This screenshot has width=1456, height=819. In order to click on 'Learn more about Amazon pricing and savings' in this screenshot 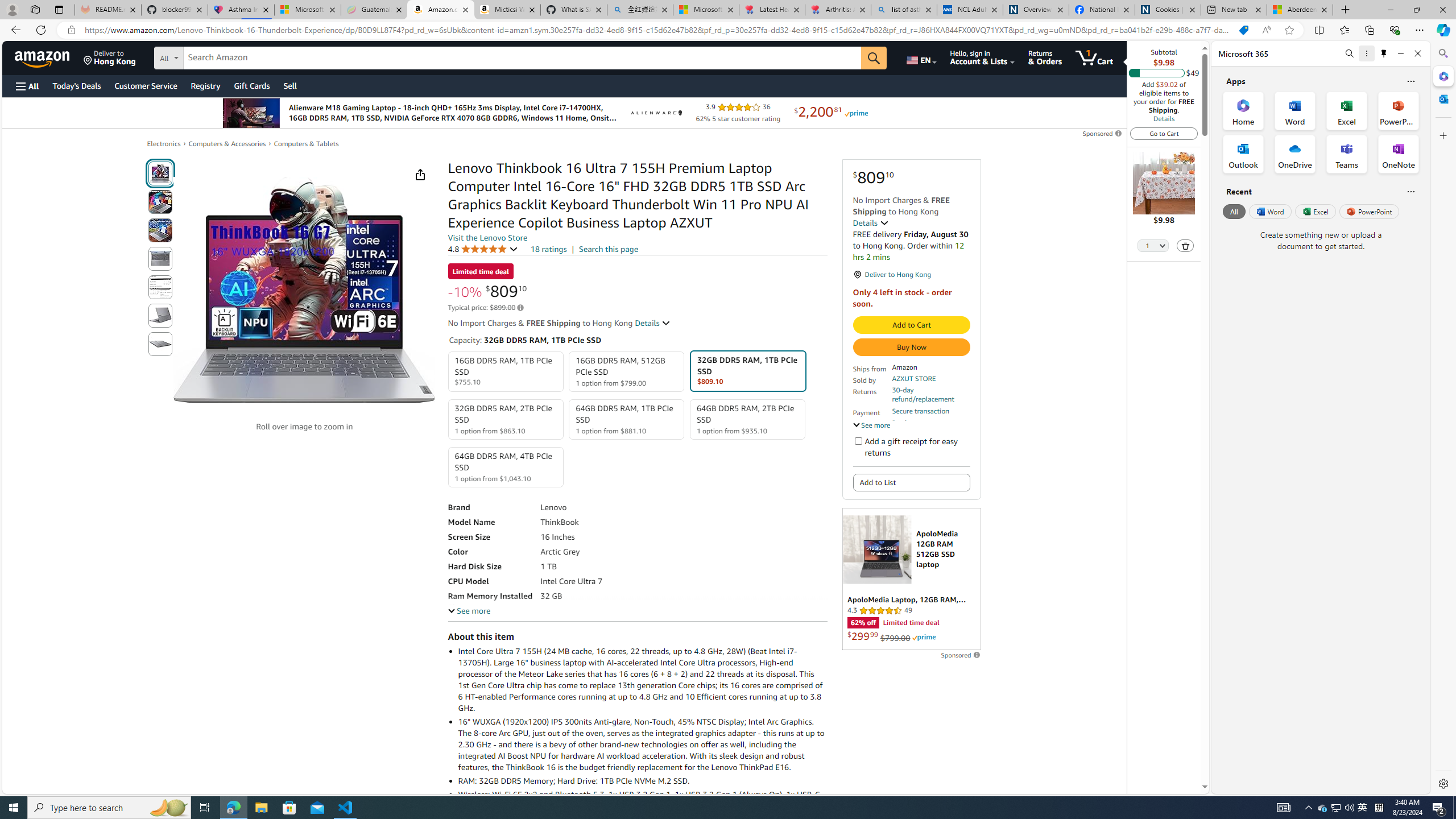, I will do `click(520, 307)`.